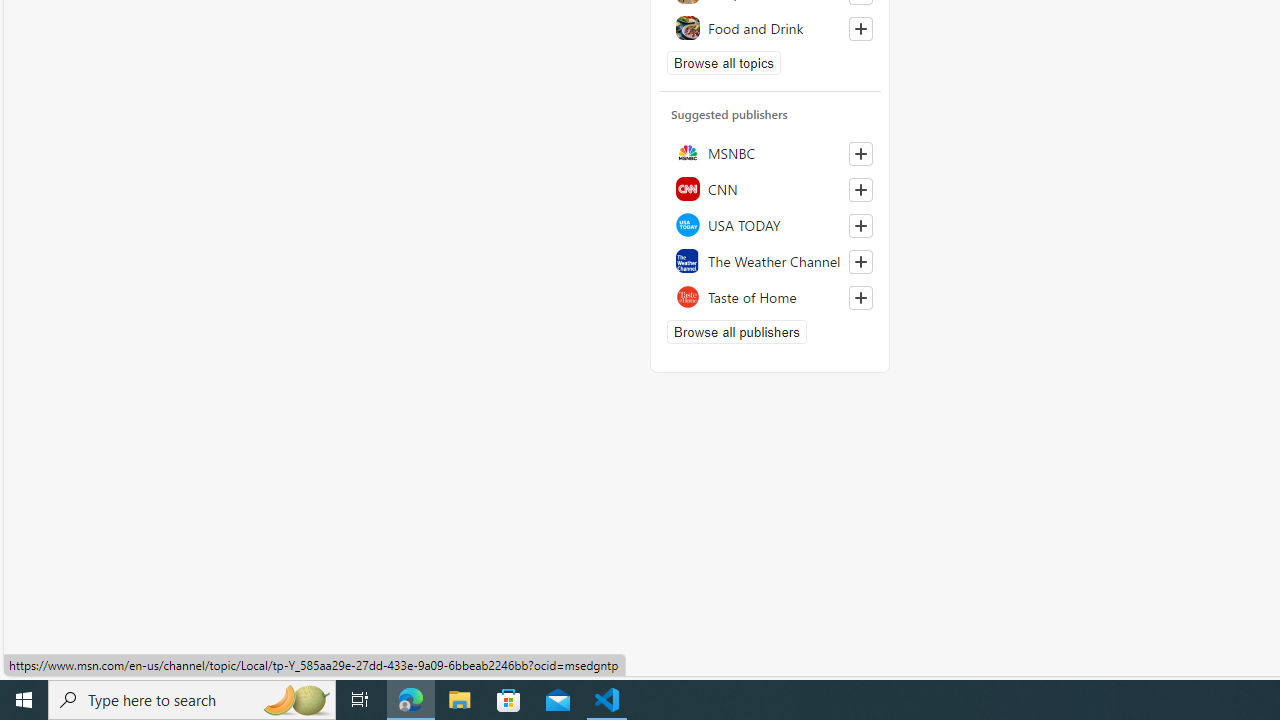  What do you see at coordinates (769, 297) in the screenshot?
I see `'Taste of Home'` at bounding box center [769, 297].